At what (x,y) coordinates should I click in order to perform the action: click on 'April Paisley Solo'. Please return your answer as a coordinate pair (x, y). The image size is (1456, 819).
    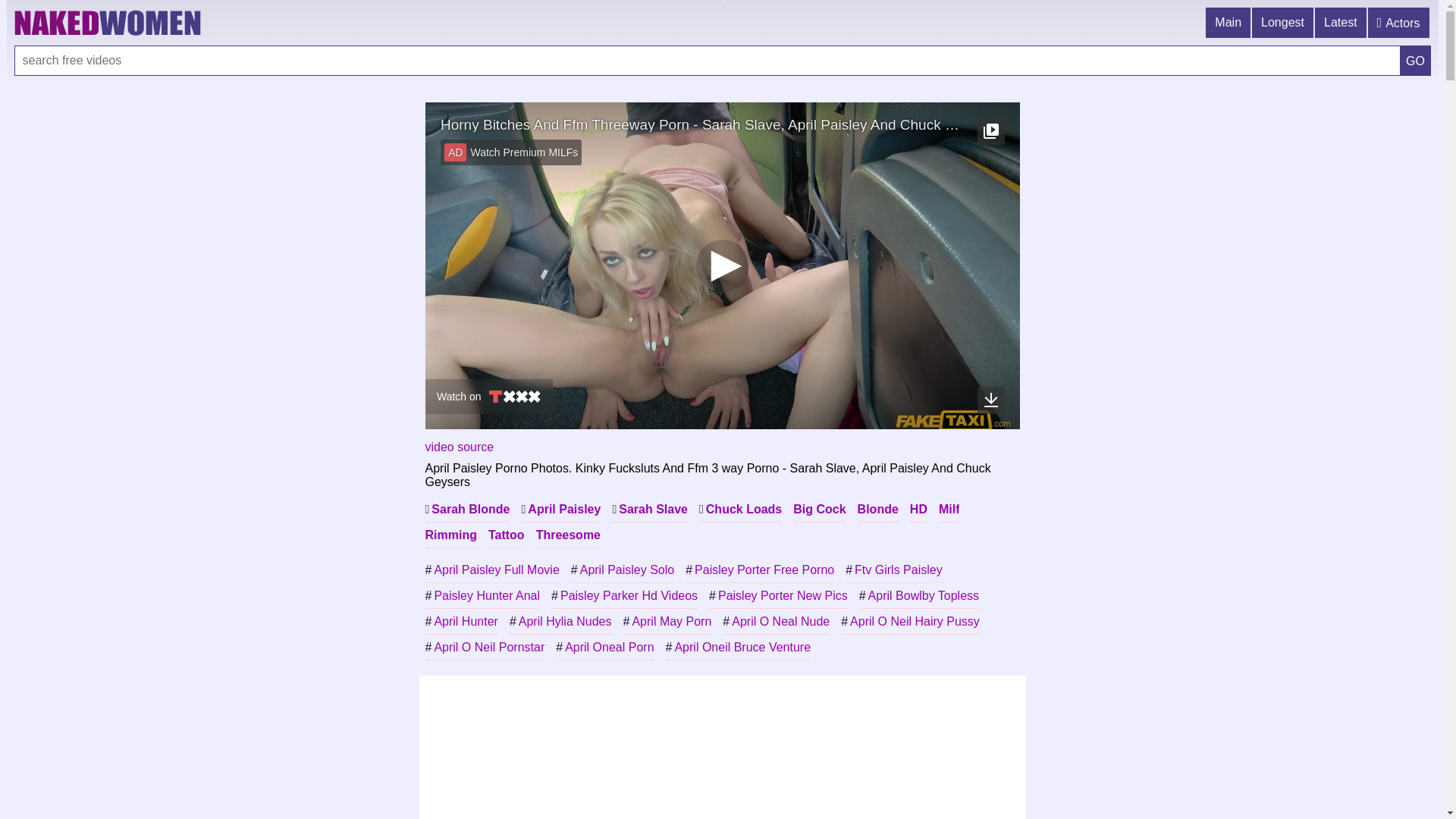
    Looking at the image, I should click on (622, 570).